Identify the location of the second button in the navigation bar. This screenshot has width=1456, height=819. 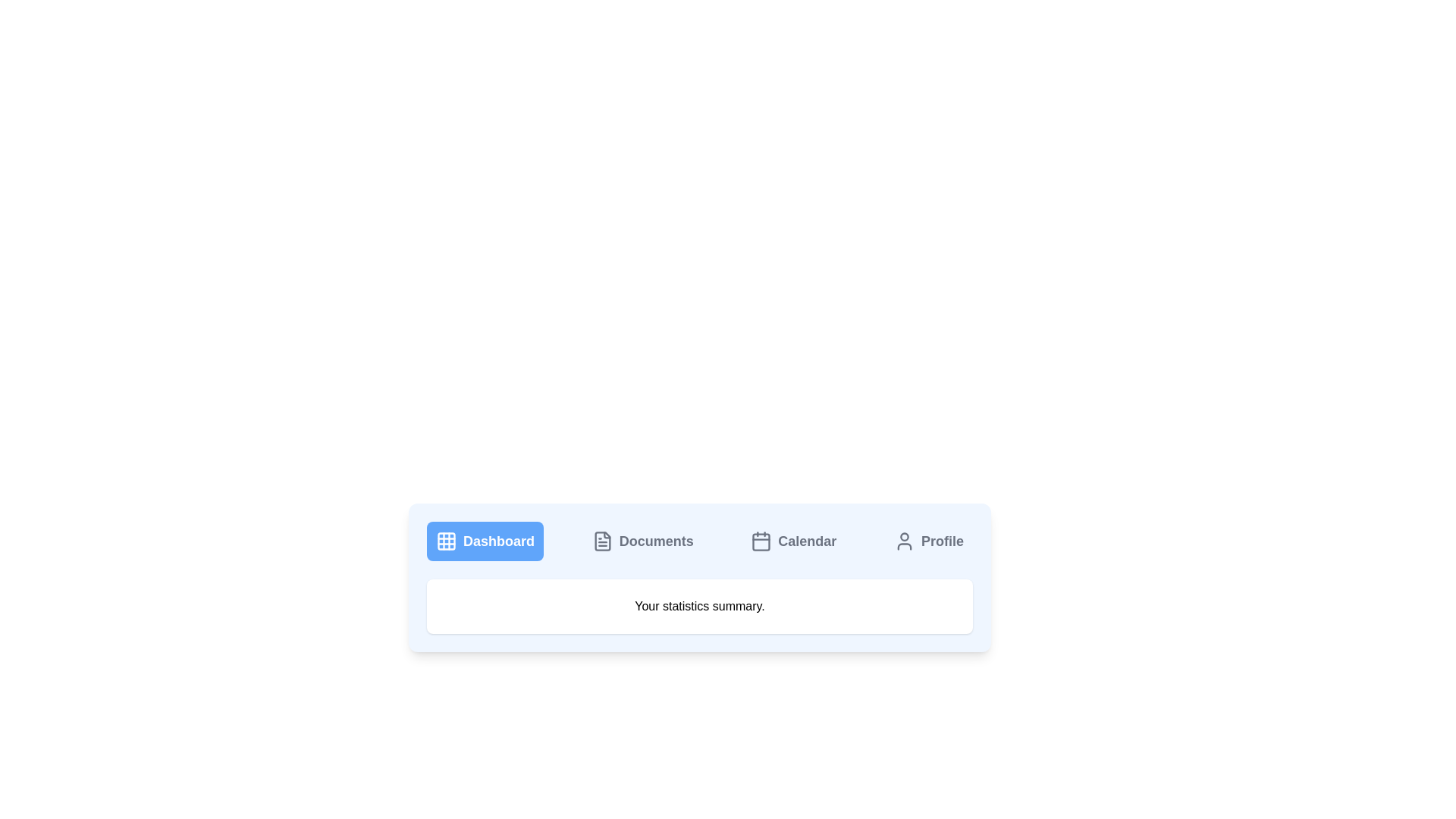
(642, 540).